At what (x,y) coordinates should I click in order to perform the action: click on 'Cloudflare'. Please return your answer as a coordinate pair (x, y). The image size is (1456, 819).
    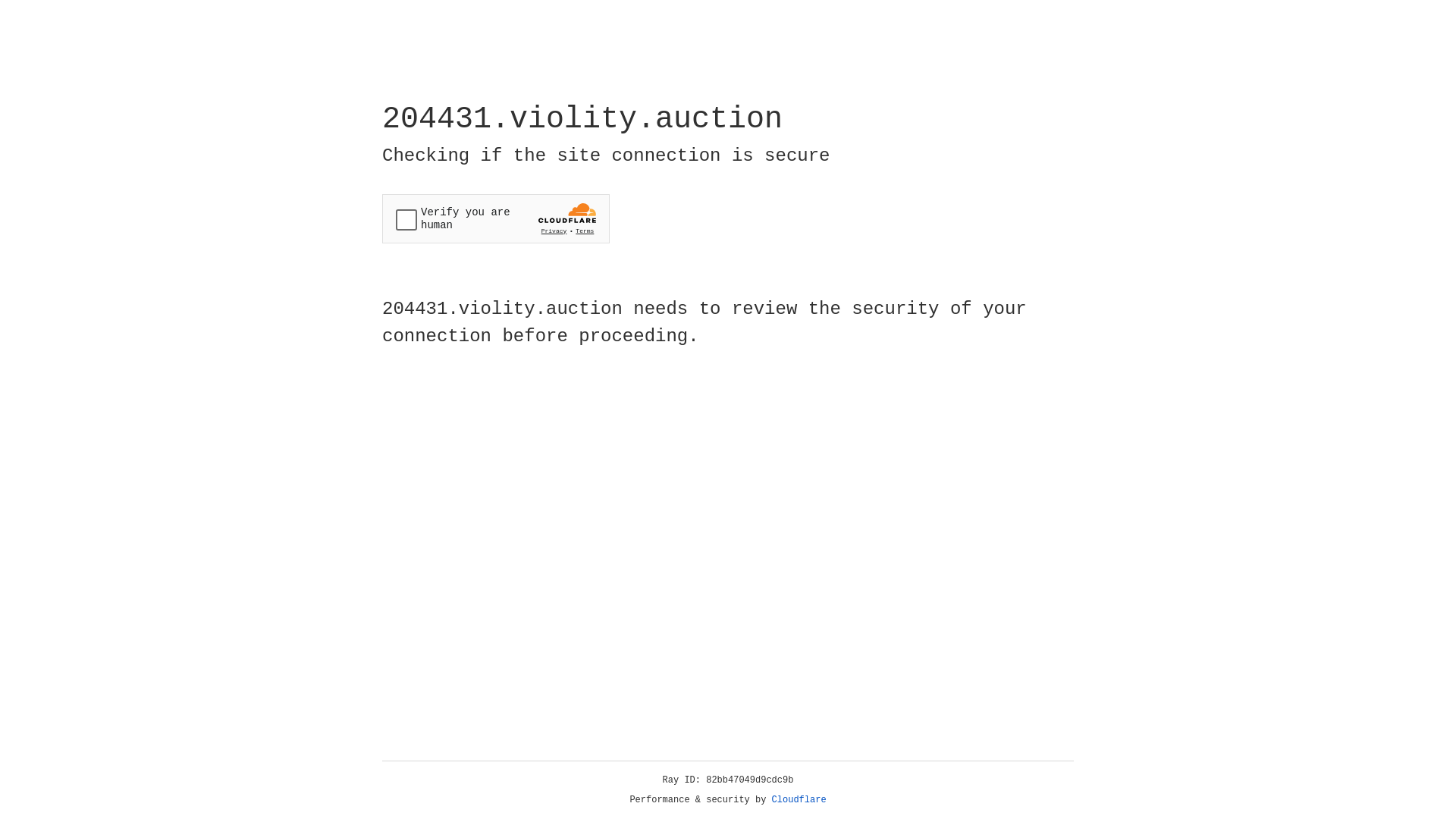
    Looking at the image, I should click on (799, 799).